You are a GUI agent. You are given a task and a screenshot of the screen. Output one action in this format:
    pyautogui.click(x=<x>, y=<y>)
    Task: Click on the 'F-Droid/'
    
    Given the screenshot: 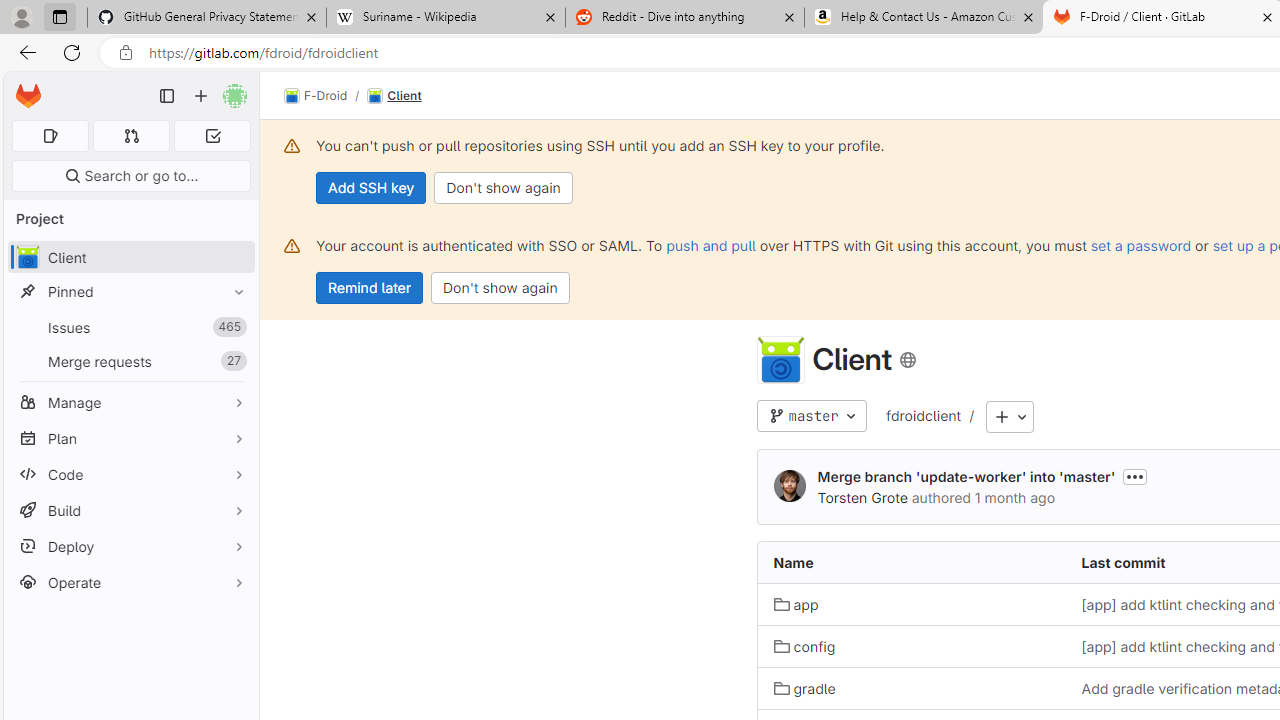 What is the action you would take?
    pyautogui.click(x=326, y=96)
    